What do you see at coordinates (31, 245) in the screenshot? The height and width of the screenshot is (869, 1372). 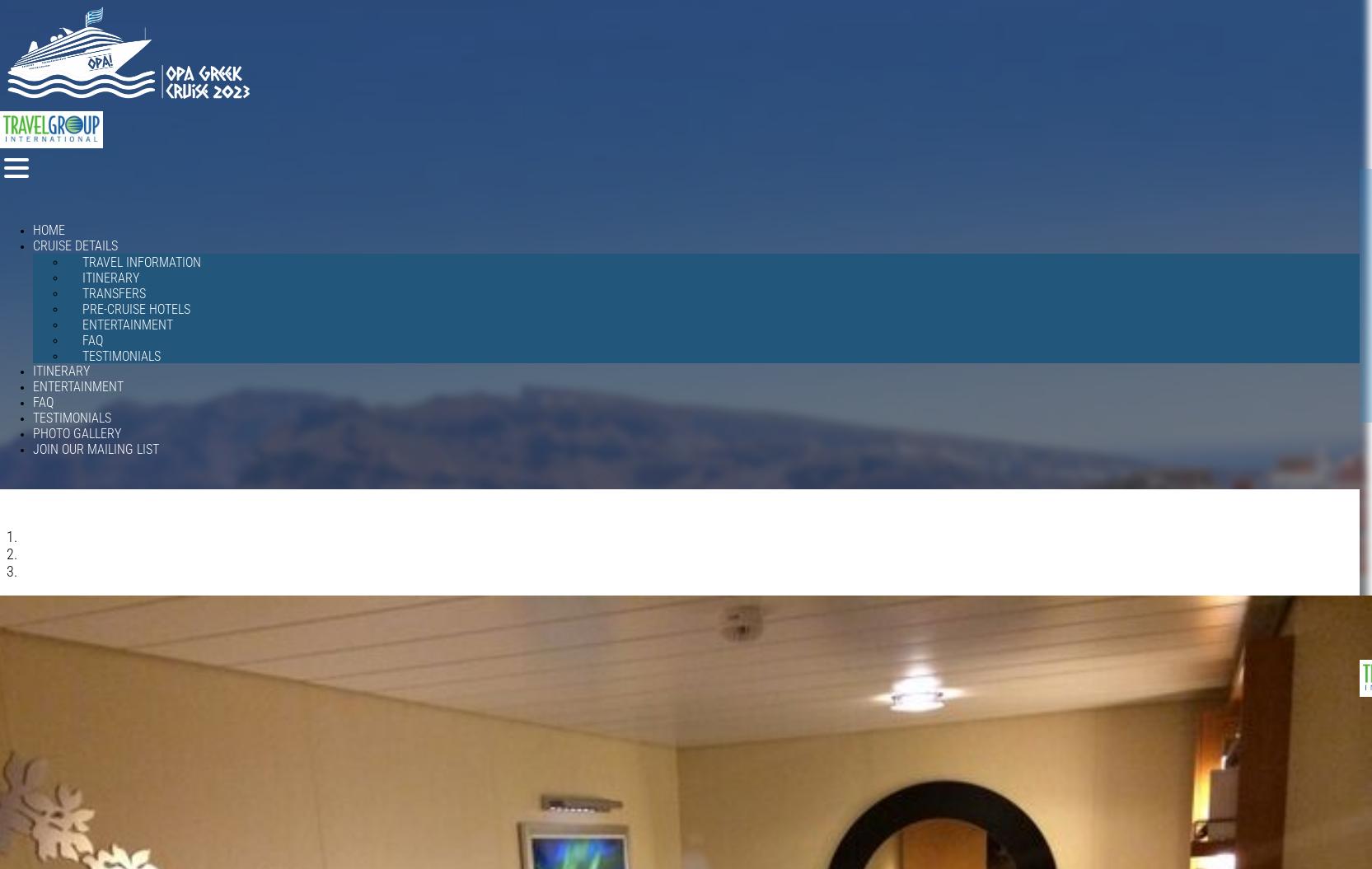 I see `'Cruise Details'` at bounding box center [31, 245].